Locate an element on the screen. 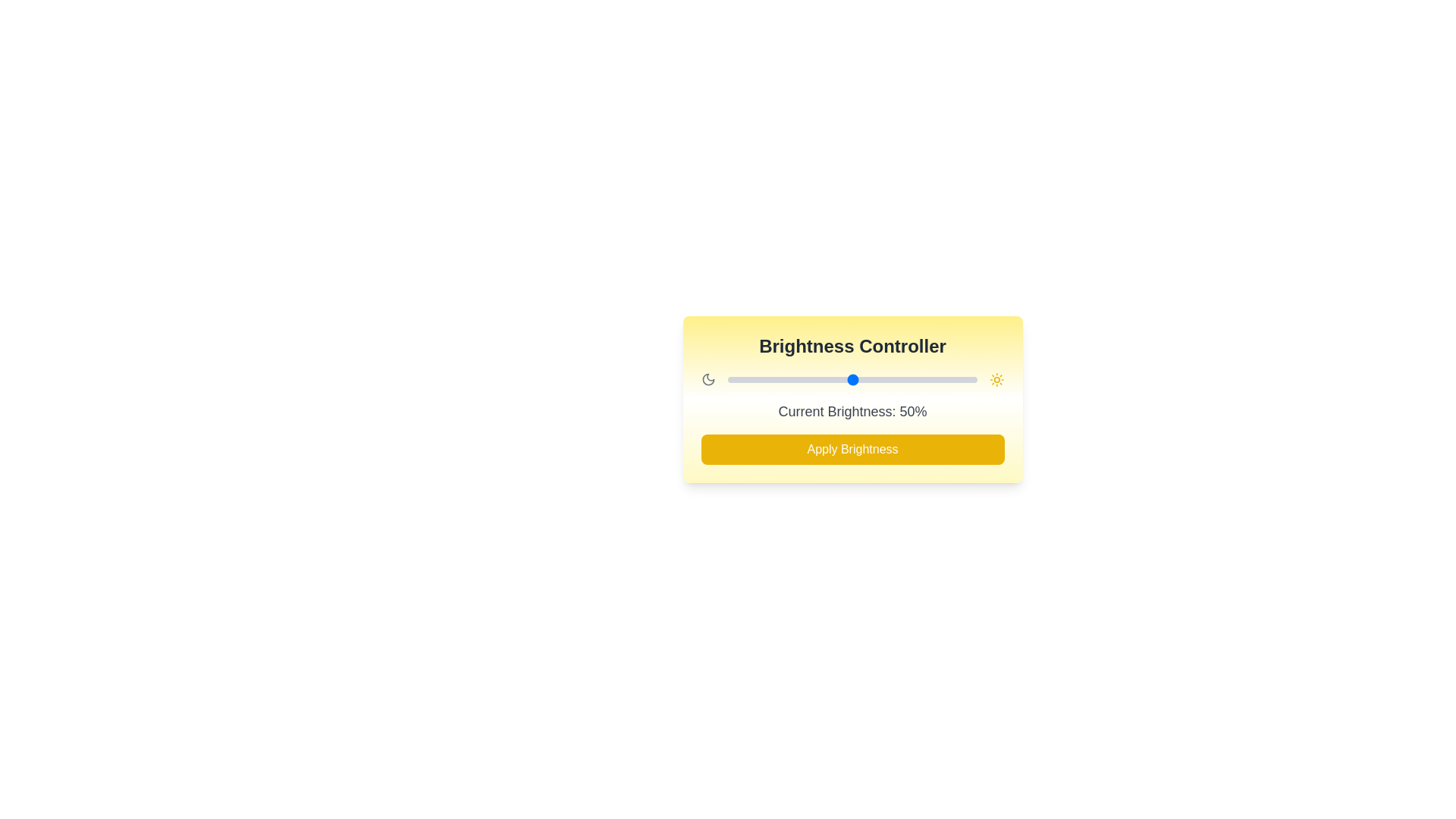 This screenshot has width=1456, height=819. the brightness slider to 86% is located at coordinates (941, 379).